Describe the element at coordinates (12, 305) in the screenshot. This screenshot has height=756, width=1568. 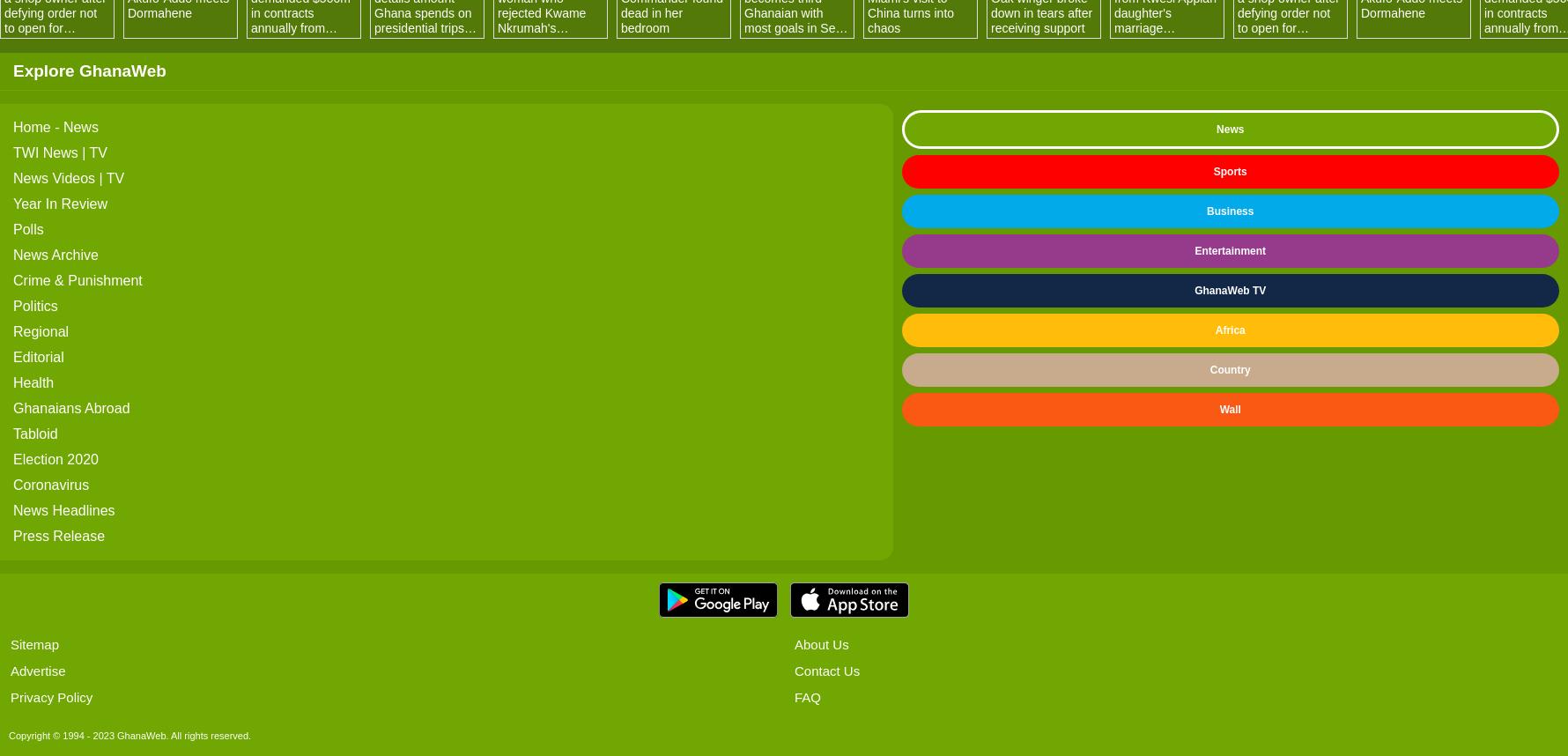
I see `'Politics'` at that location.